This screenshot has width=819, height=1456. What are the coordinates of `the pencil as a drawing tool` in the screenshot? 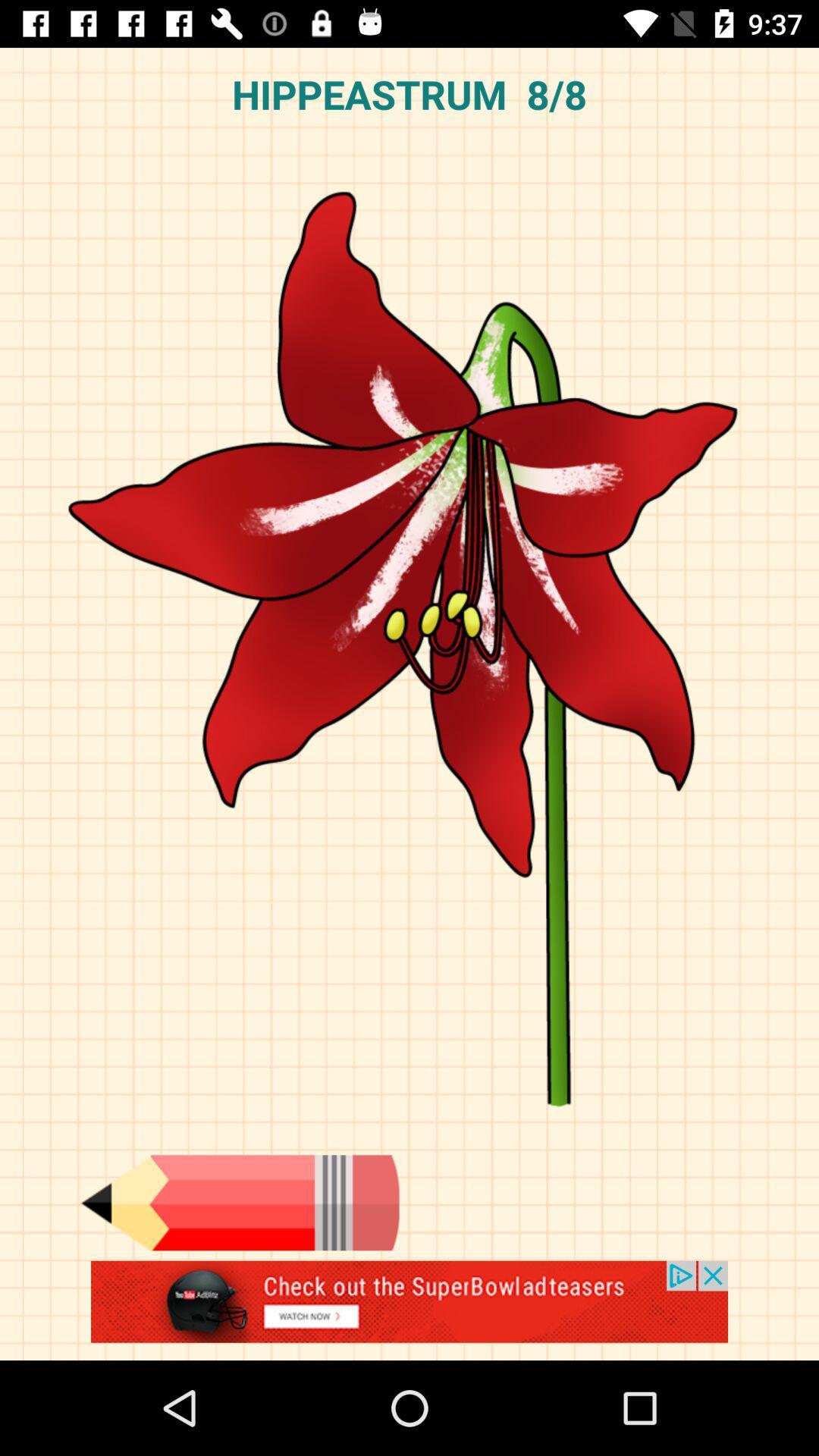 It's located at (239, 1202).